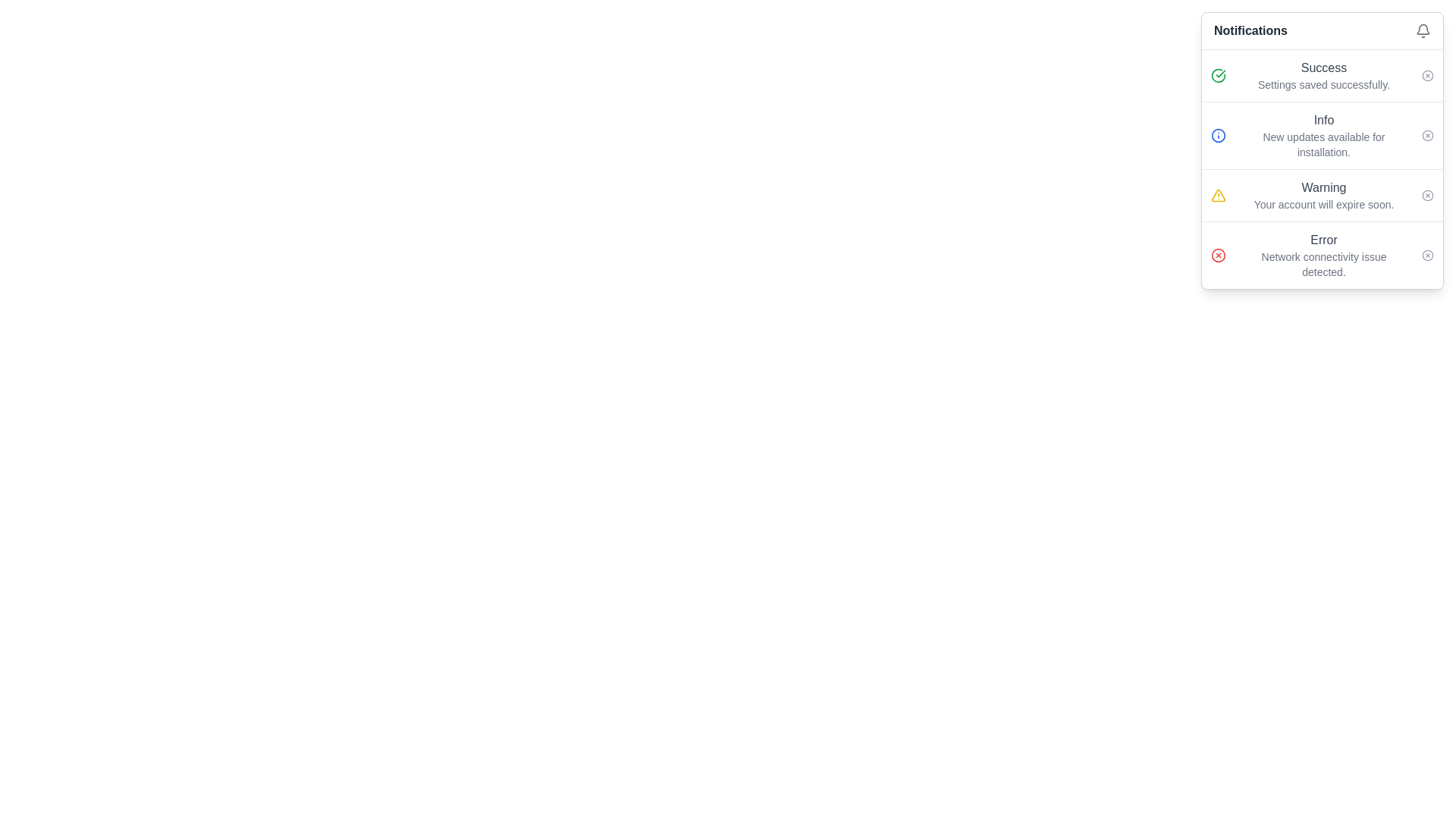 The height and width of the screenshot is (819, 1456). Describe the element at coordinates (1426, 76) in the screenshot. I see `the SVG Circle Element that is part of a notification interface, located at the center of an icon within the notification panel` at that location.